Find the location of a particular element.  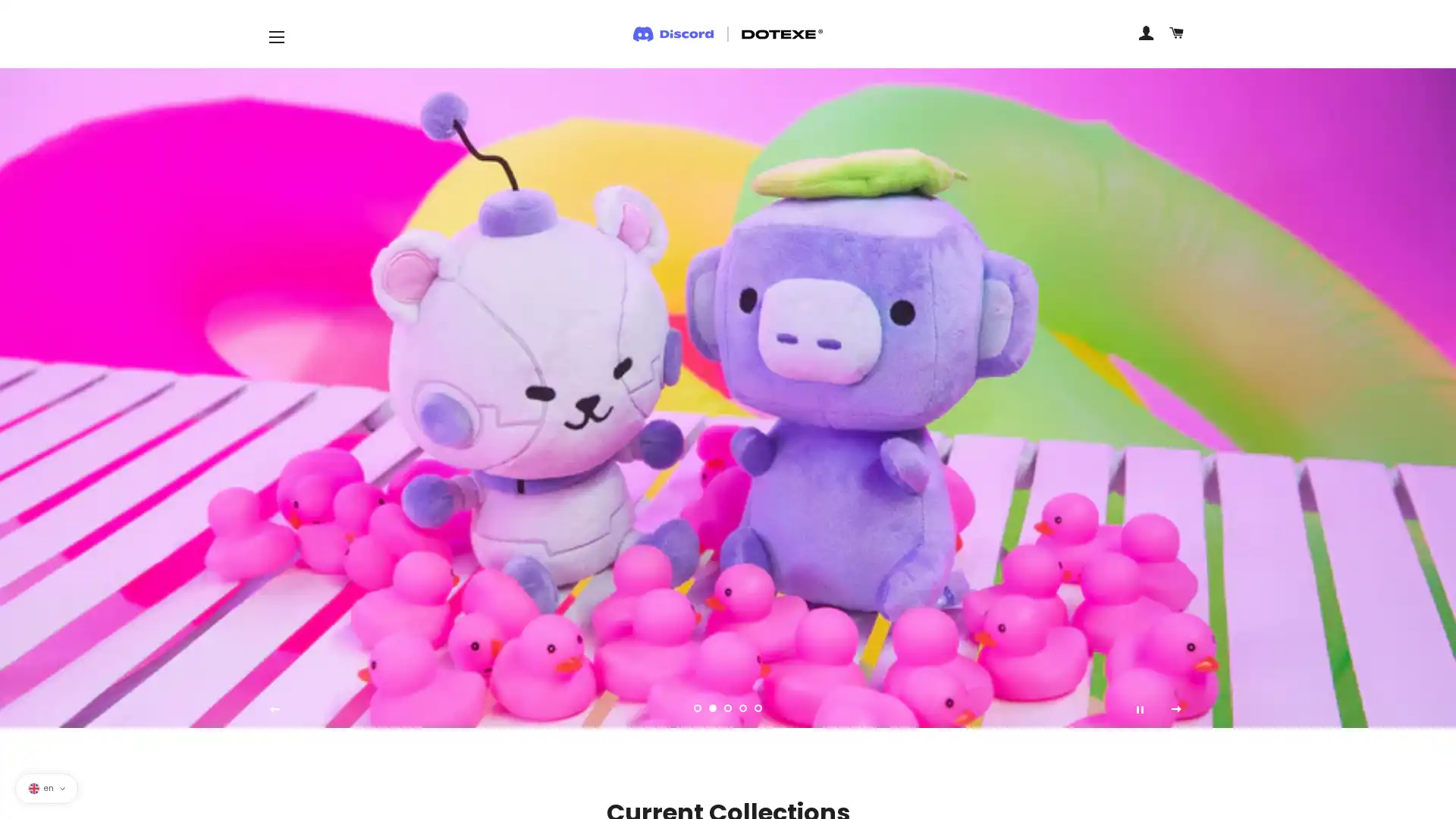

Site navigation is located at coordinates (276, 36).